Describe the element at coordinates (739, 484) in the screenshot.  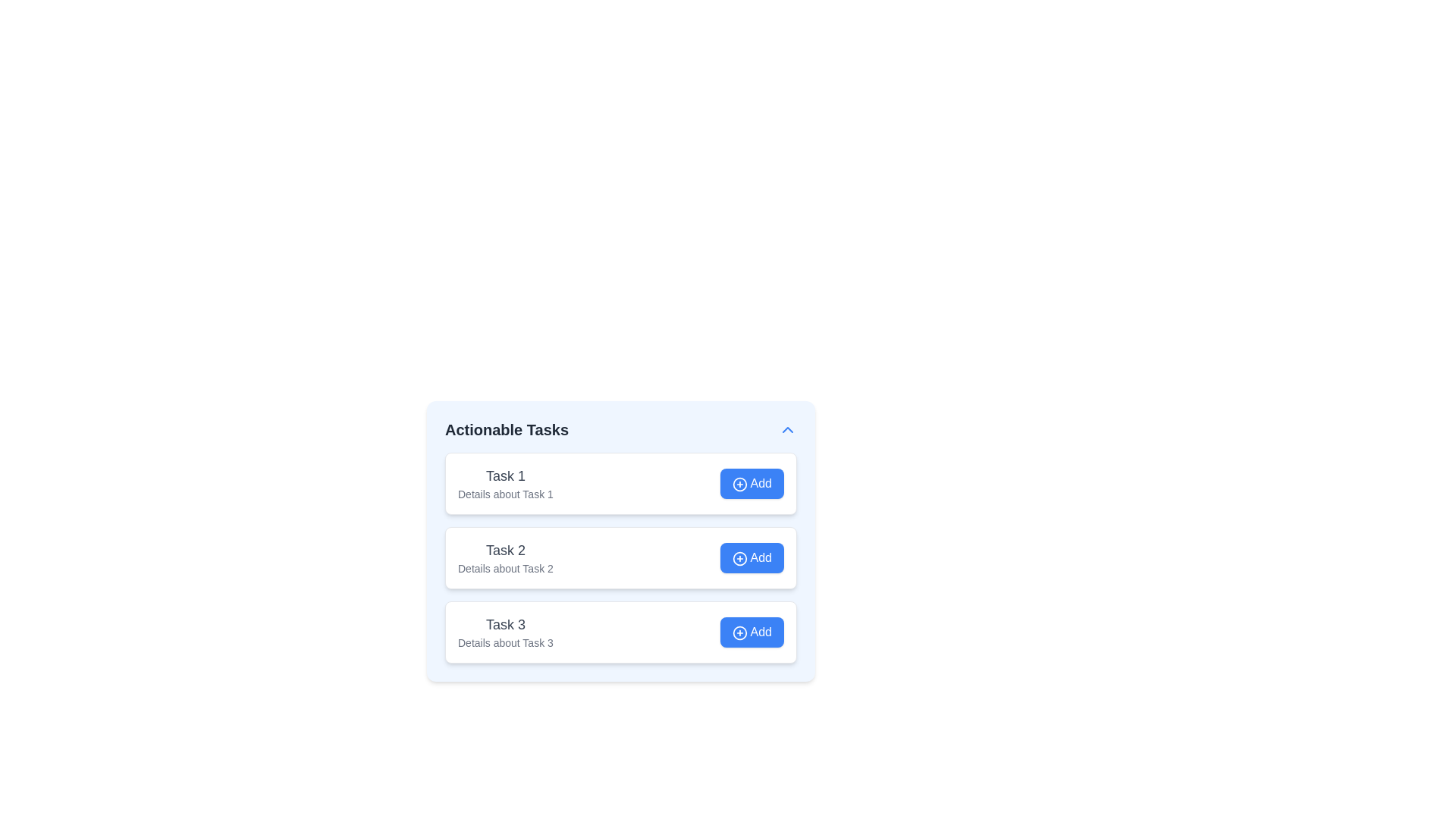
I see `the 'Add' icon located within the blue button to the right of the first task item in the 'Actionable Tasks' list` at that location.